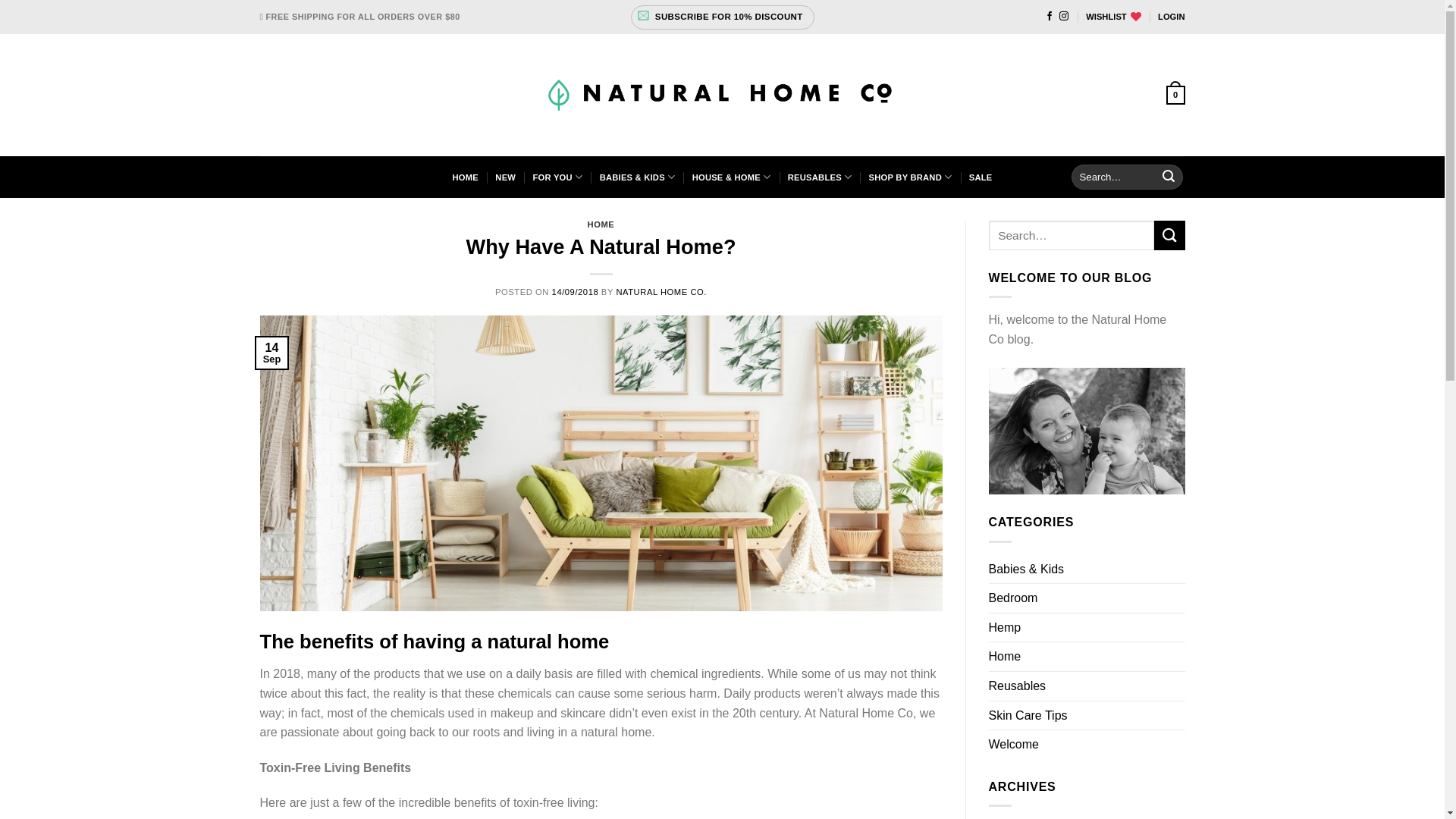 The height and width of the screenshot is (819, 1456). I want to click on 'HOME', so click(600, 224).